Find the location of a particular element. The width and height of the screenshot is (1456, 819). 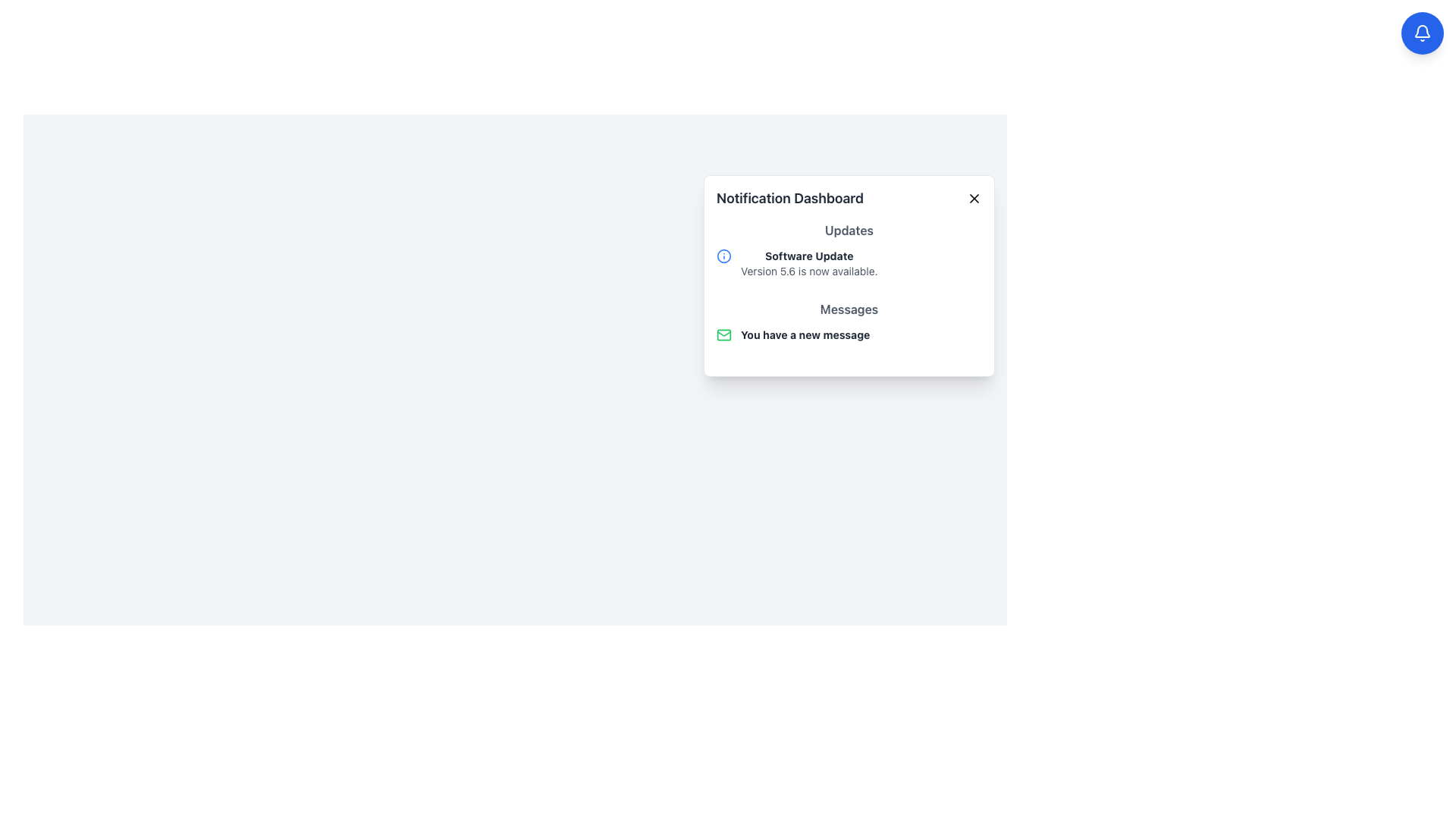

the chevron-like icon with a green outline representing an envelope located in the top-right corner of the notification panel is located at coordinates (723, 332).